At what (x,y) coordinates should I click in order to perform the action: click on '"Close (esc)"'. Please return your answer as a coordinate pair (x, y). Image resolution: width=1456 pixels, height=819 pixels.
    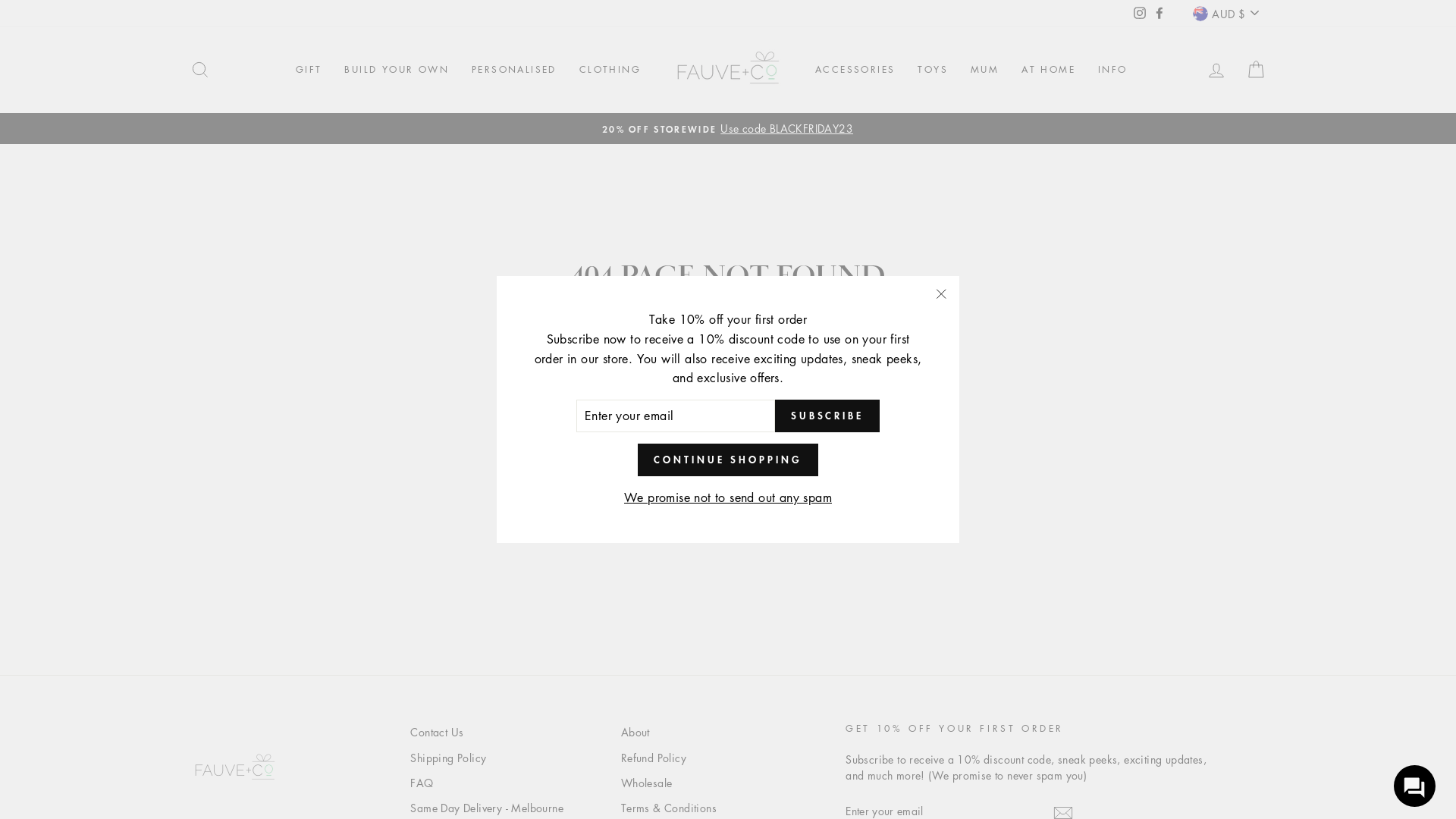
    Looking at the image, I should click on (940, 294).